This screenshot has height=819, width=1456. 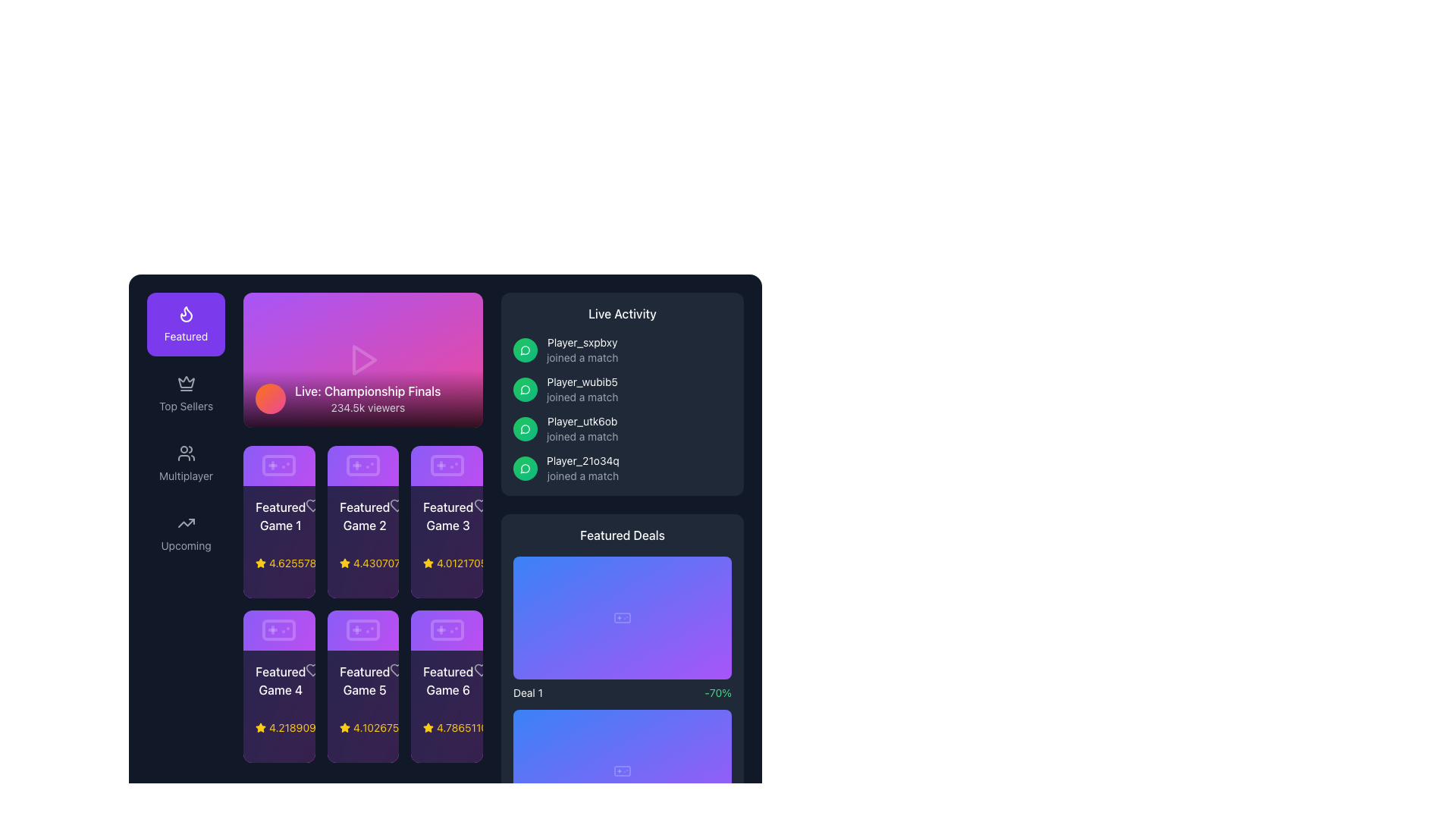 I want to click on text from the featured game label located in the second row and first column under the 'Featured Games' section, specifically the fourth item in the list, so click(x=279, y=680).